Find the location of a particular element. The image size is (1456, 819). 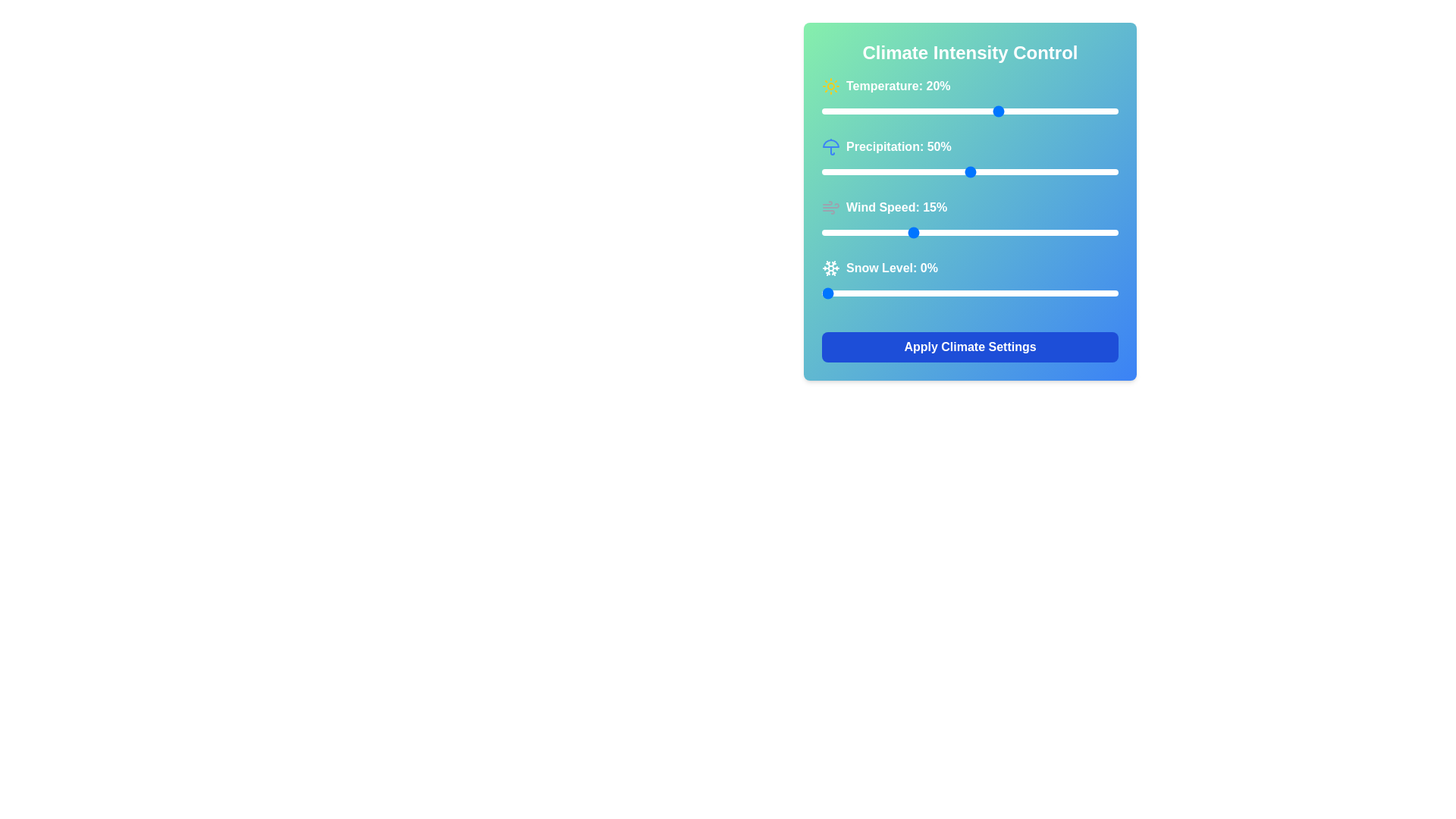

the snow level is located at coordinates (855, 293).